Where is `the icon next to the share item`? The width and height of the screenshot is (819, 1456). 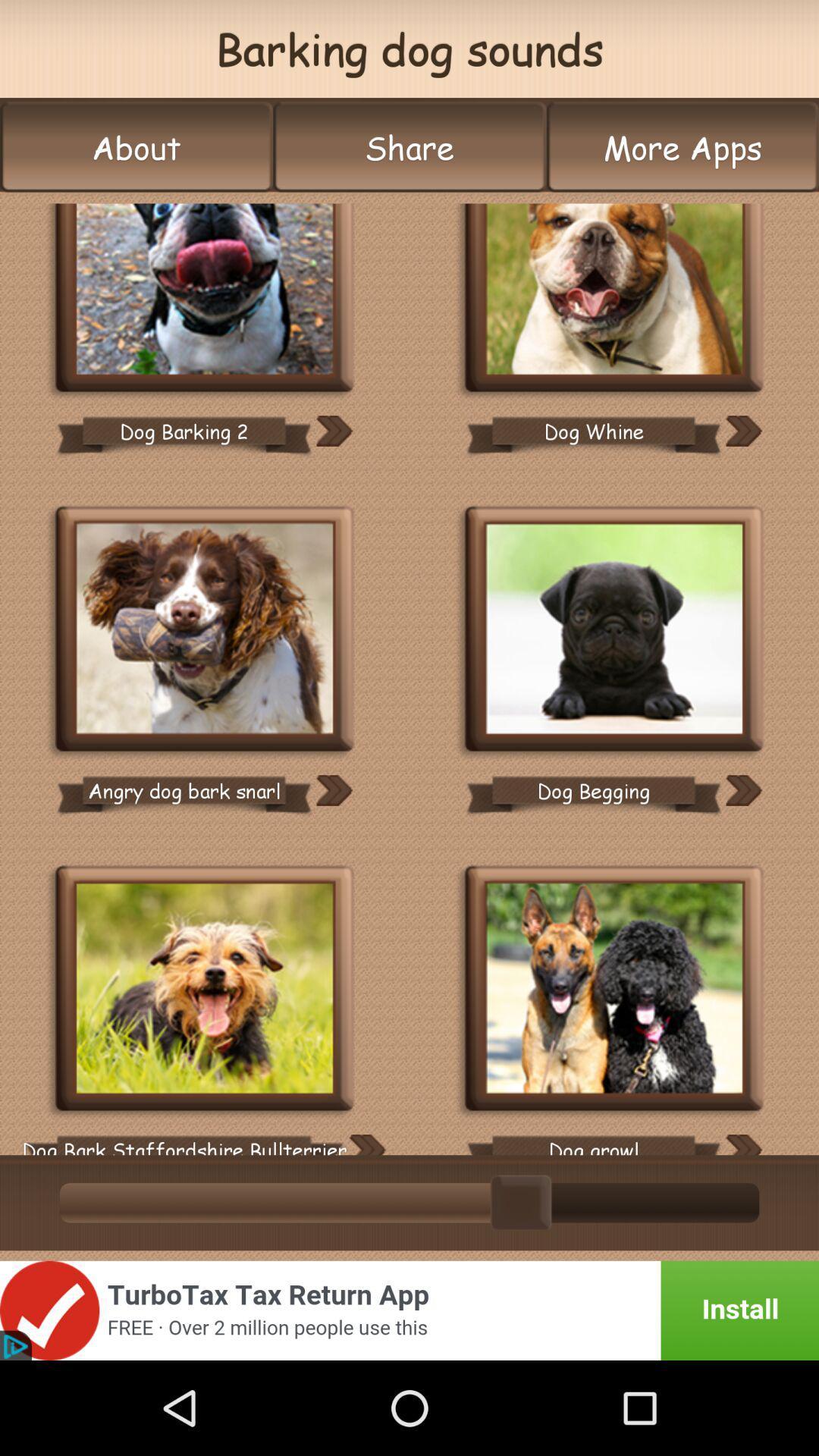
the icon next to the share item is located at coordinates (682, 147).